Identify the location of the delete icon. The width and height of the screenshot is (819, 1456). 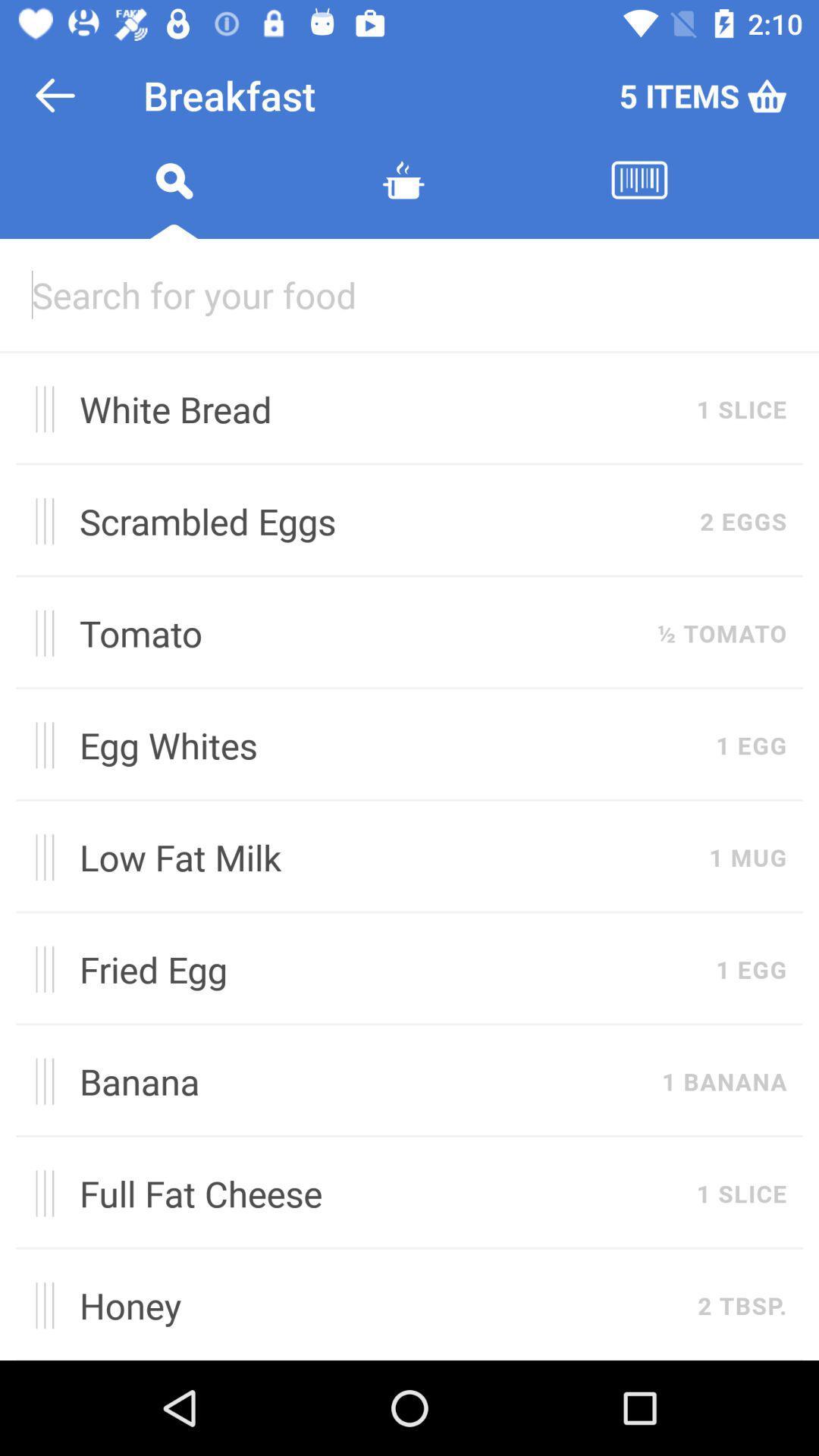
(403, 198).